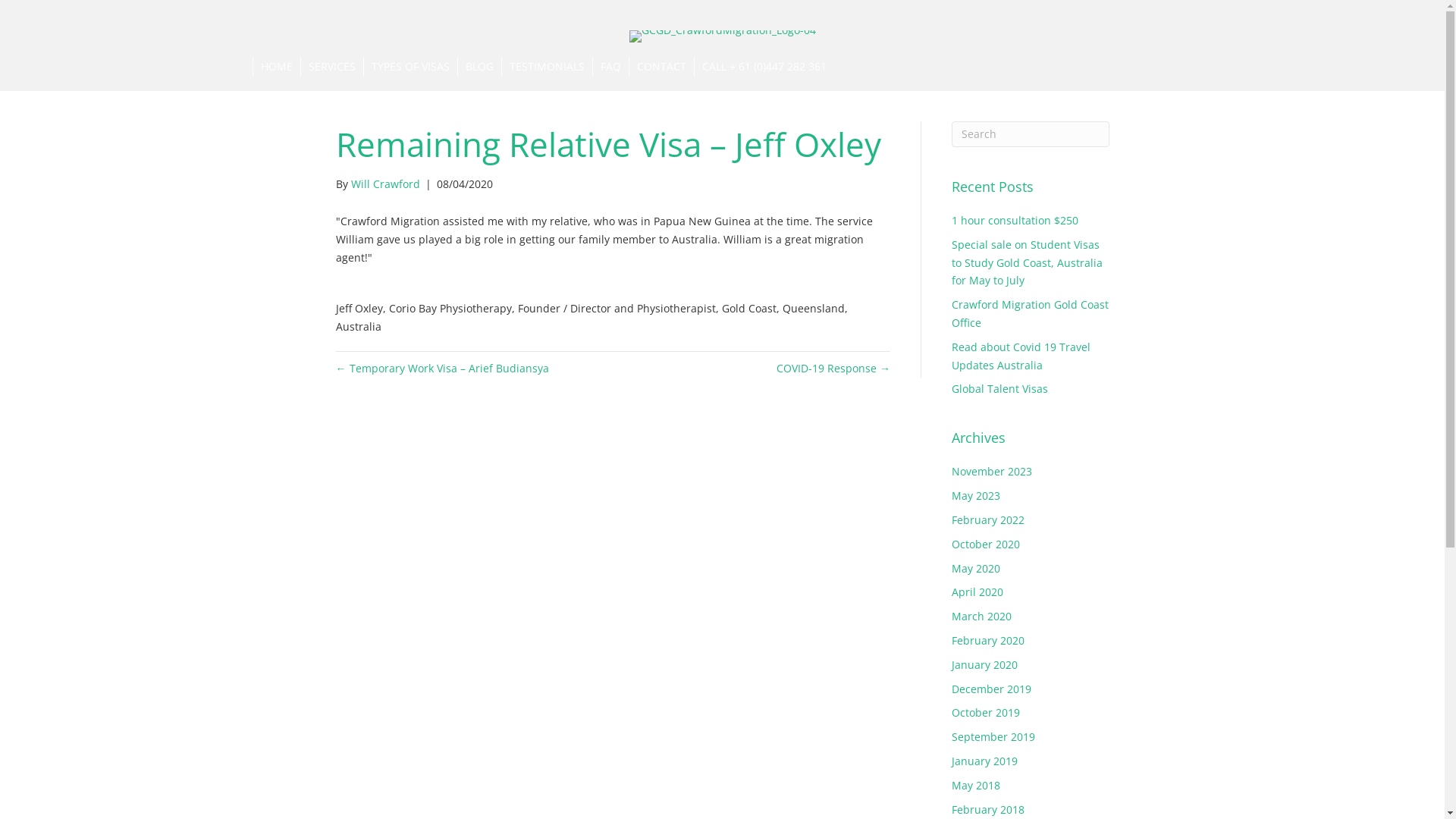 The width and height of the screenshot is (1456, 819). Describe the element at coordinates (977, 591) in the screenshot. I see `'April 2020'` at that location.